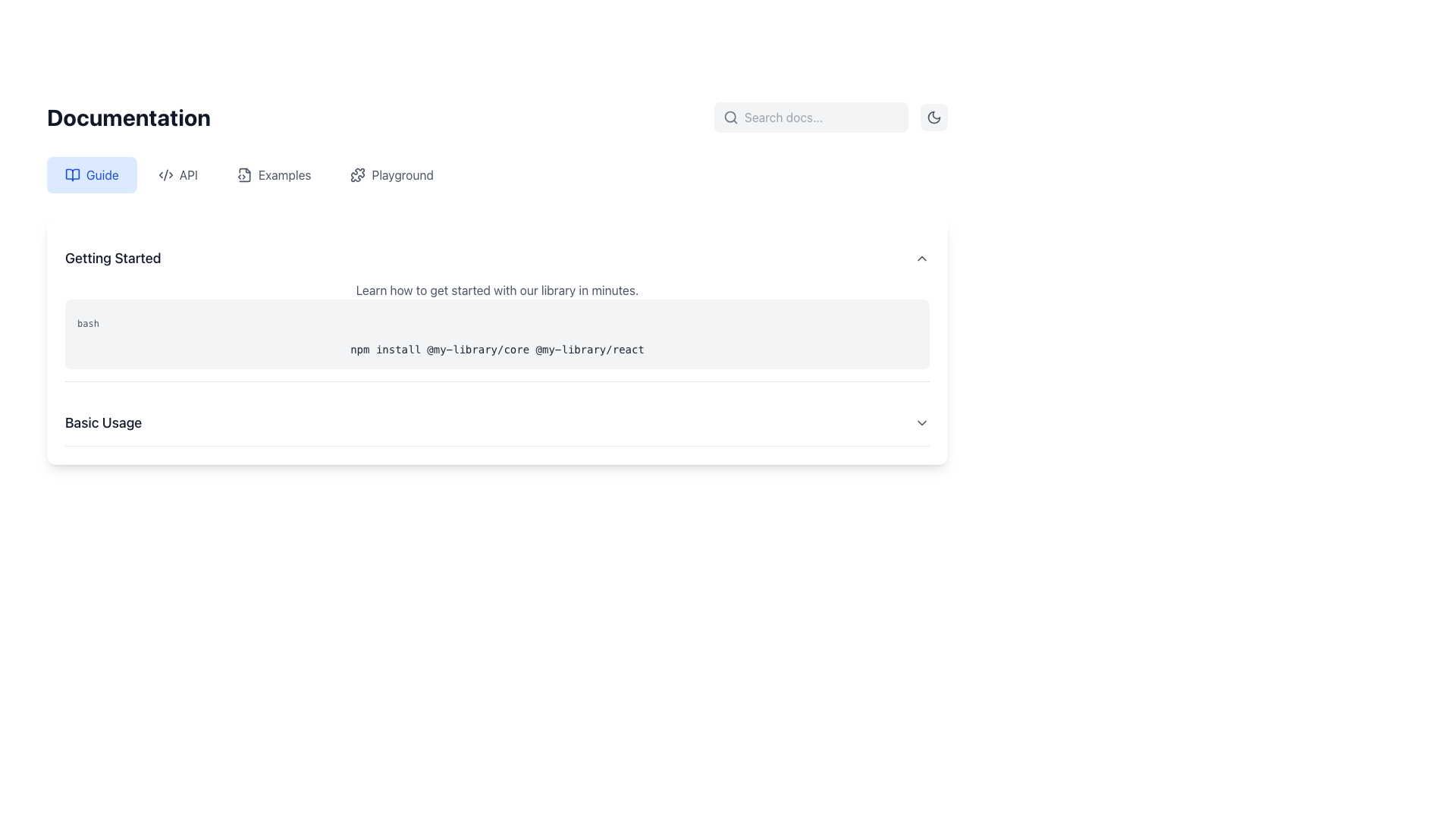 The height and width of the screenshot is (819, 1456). What do you see at coordinates (921, 423) in the screenshot?
I see `the small downward-pointing chevron icon located on the far right side of the 'Basic Usage' bar` at bounding box center [921, 423].